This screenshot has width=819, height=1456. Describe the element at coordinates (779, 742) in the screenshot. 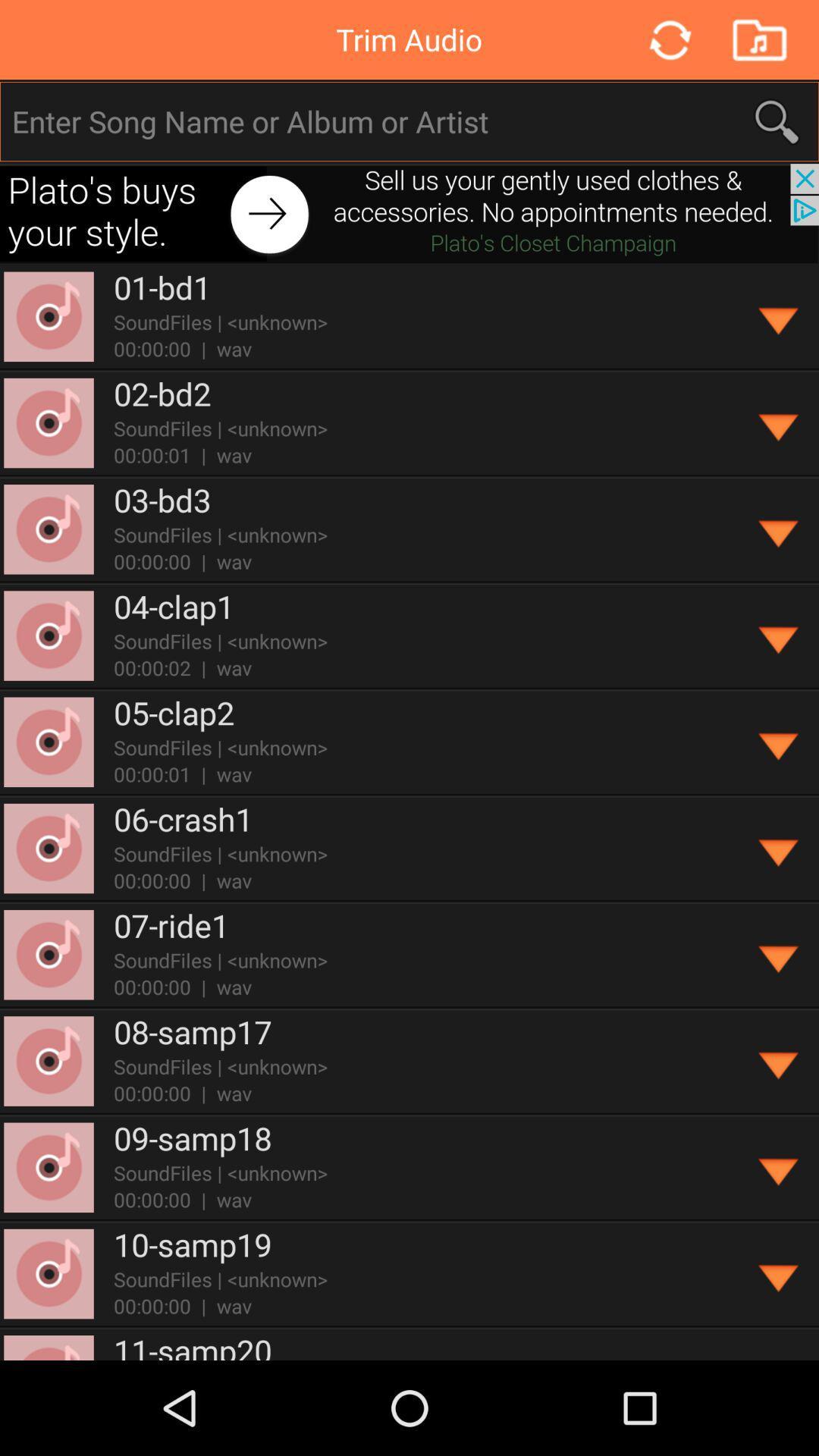

I see `deploy information and options` at that location.